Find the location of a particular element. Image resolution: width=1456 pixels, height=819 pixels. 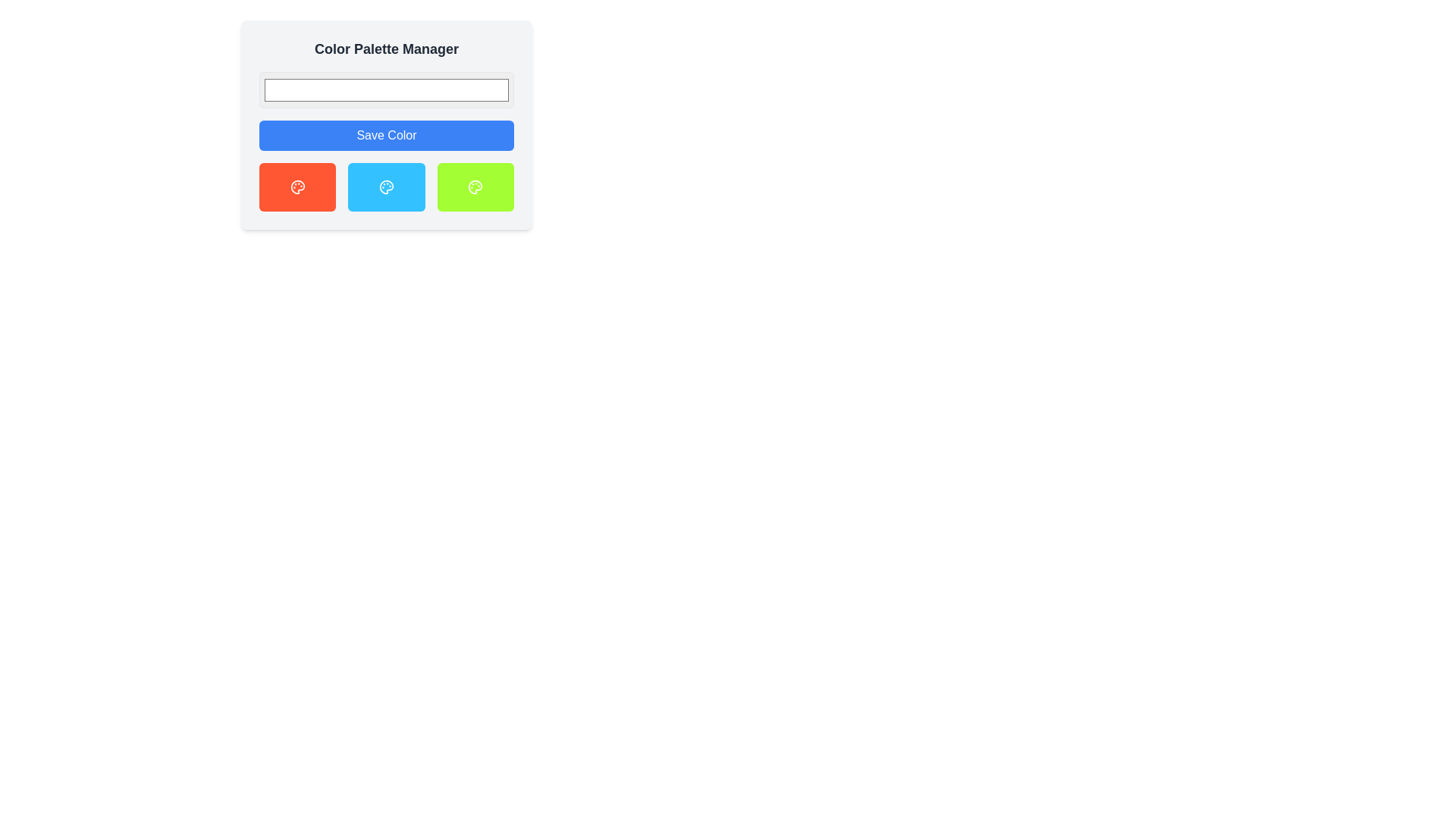

the button in the 'Color Palette Manager' section is located at coordinates (386, 134).